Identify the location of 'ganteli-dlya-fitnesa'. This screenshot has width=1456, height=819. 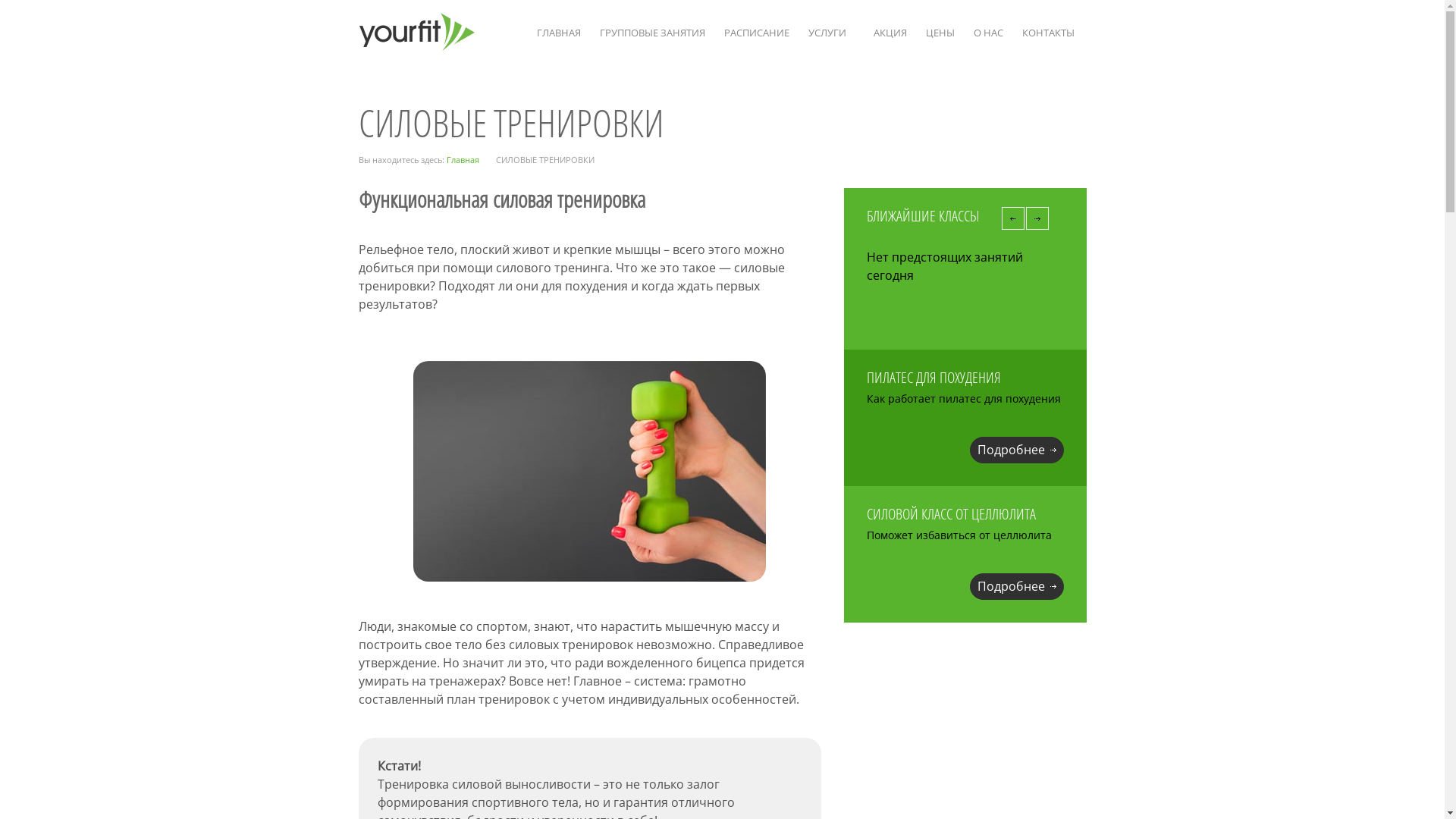
(588, 470).